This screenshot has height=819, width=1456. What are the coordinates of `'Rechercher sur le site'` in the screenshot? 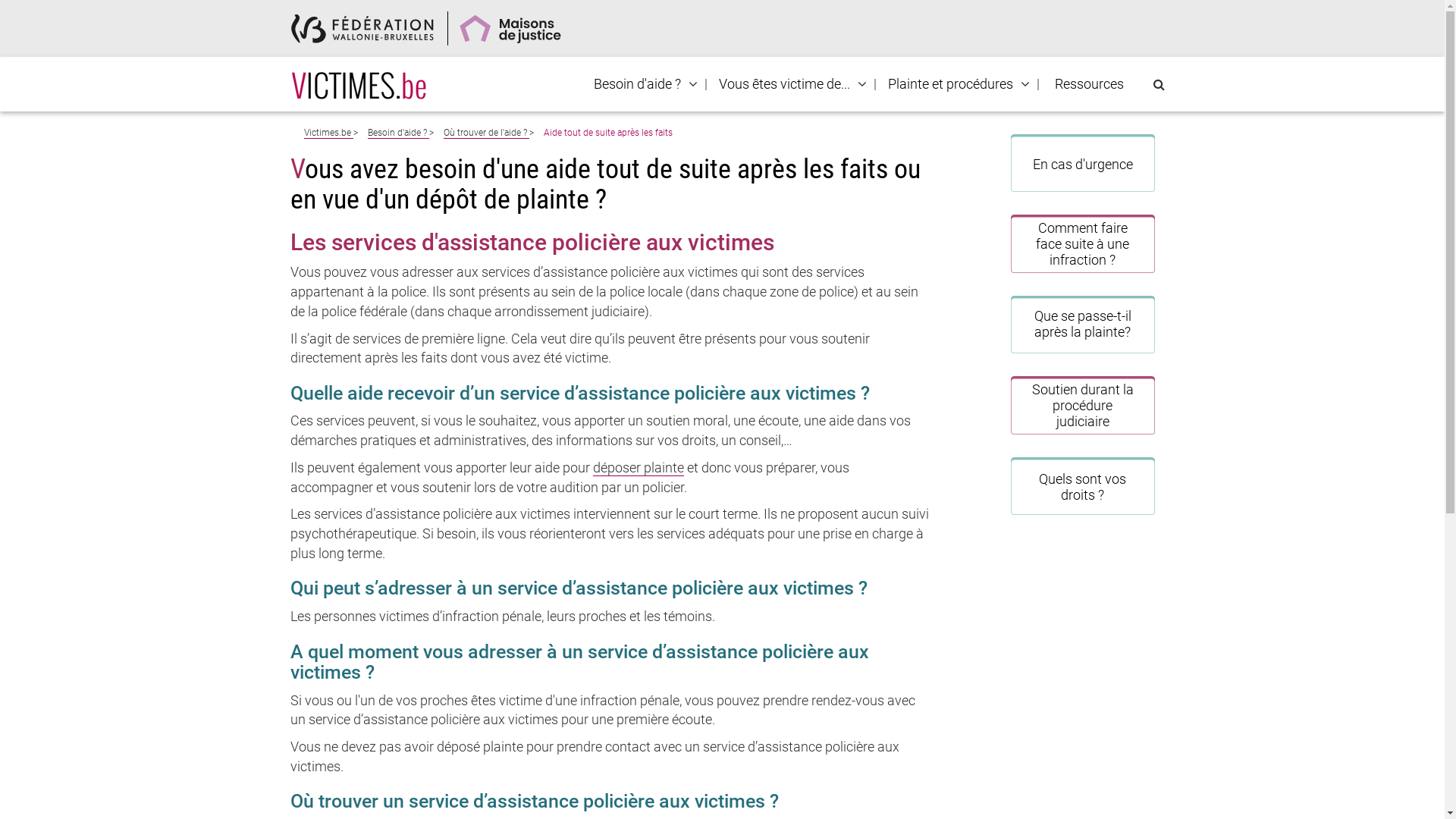 It's located at (1157, 84).